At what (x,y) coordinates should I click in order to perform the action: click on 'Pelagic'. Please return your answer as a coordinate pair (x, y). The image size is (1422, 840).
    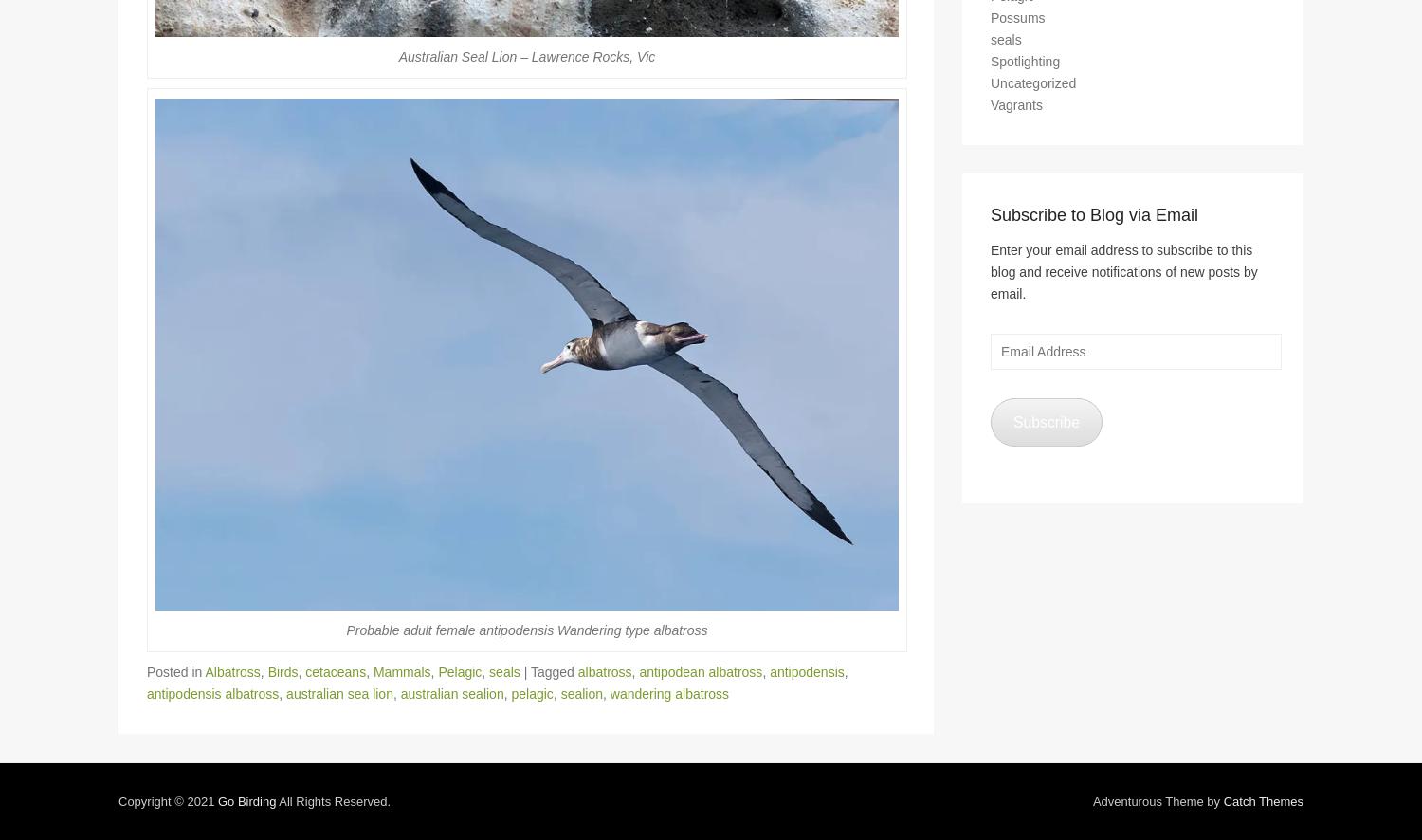
    Looking at the image, I should click on (458, 680).